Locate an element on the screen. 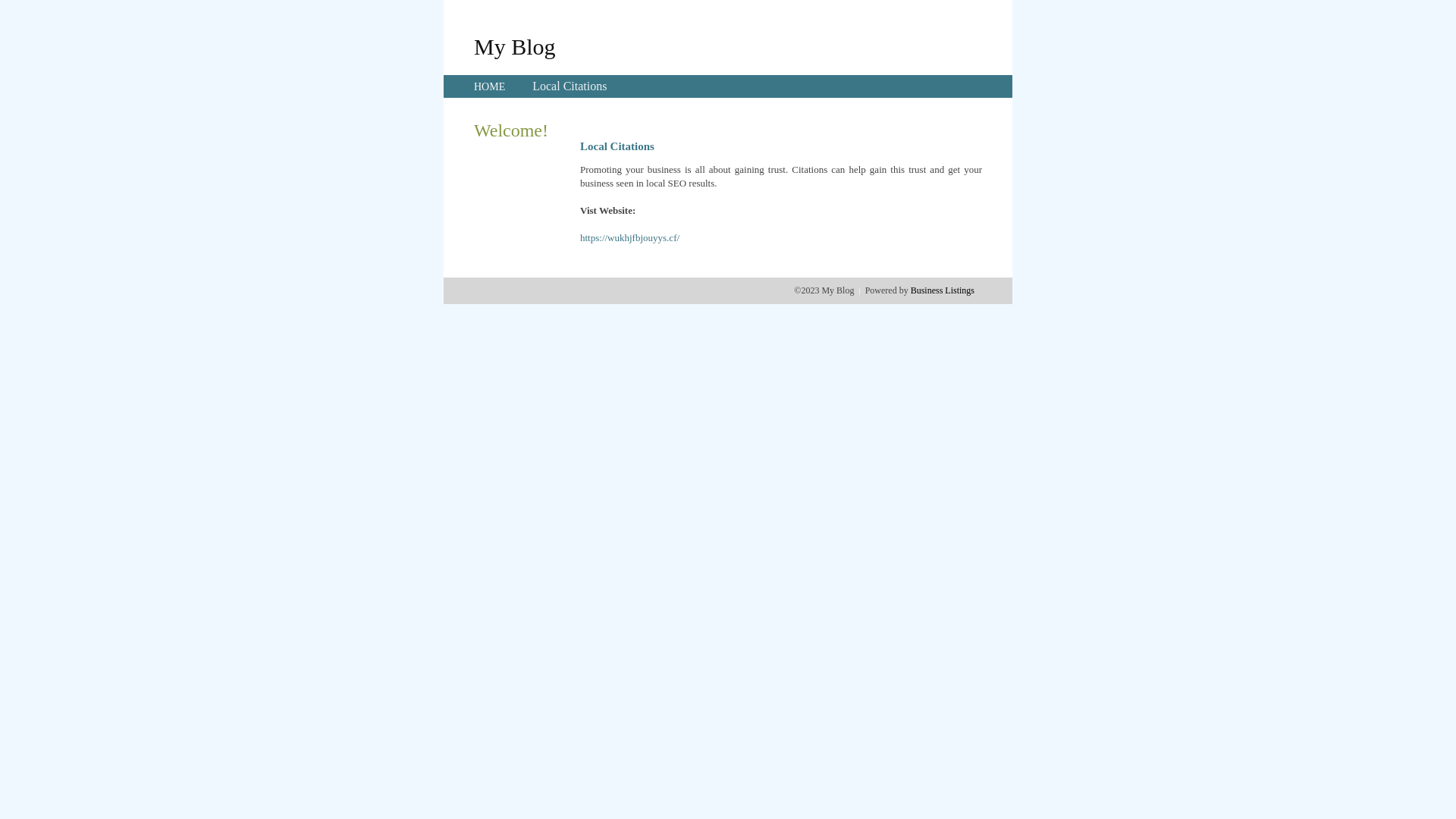 Image resolution: width=1456 pixels, height=819 pixels. 'Local Citations' is located at coordinates (568, 86).